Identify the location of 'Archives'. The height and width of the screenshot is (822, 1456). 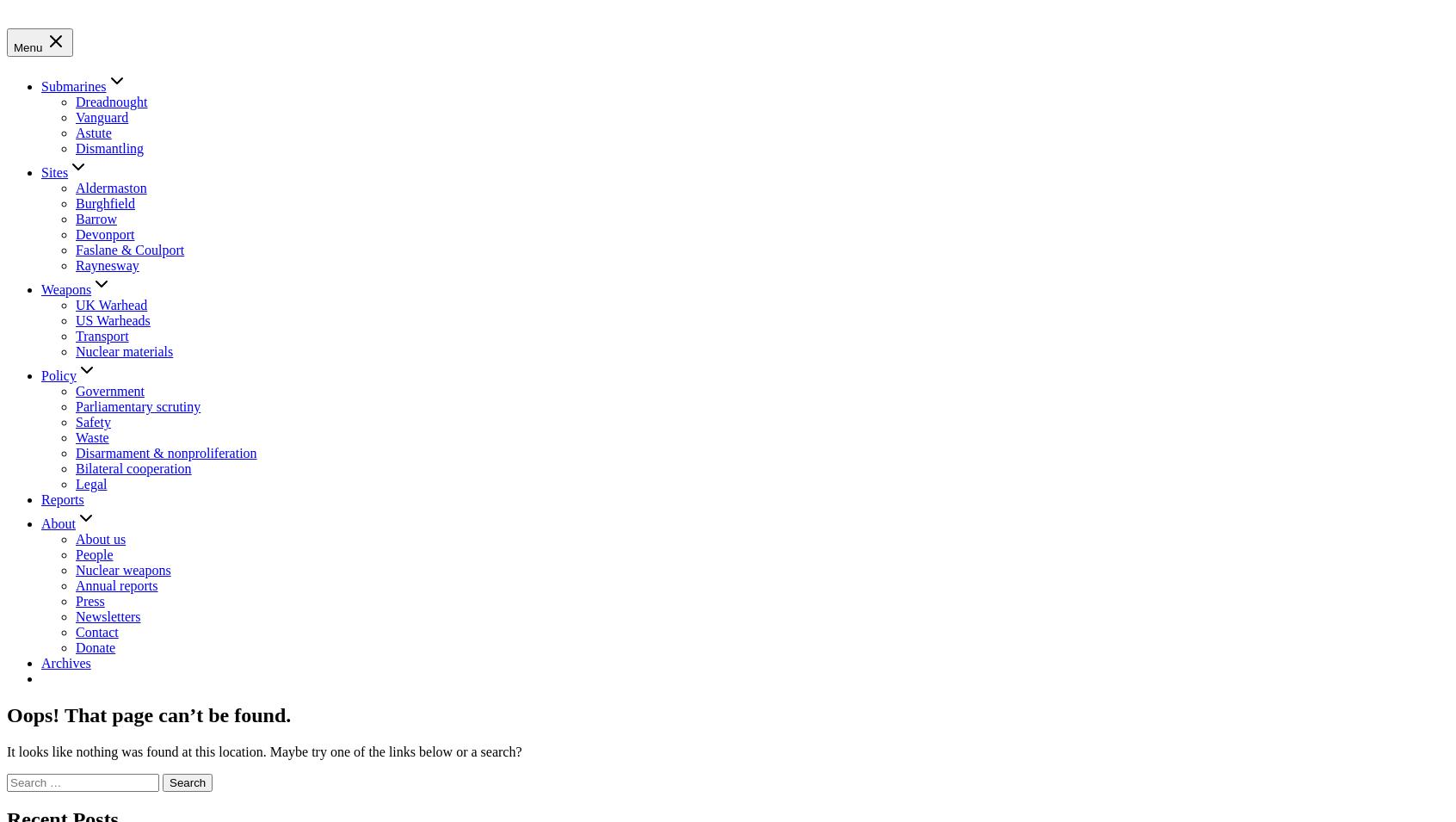
(65, 661).